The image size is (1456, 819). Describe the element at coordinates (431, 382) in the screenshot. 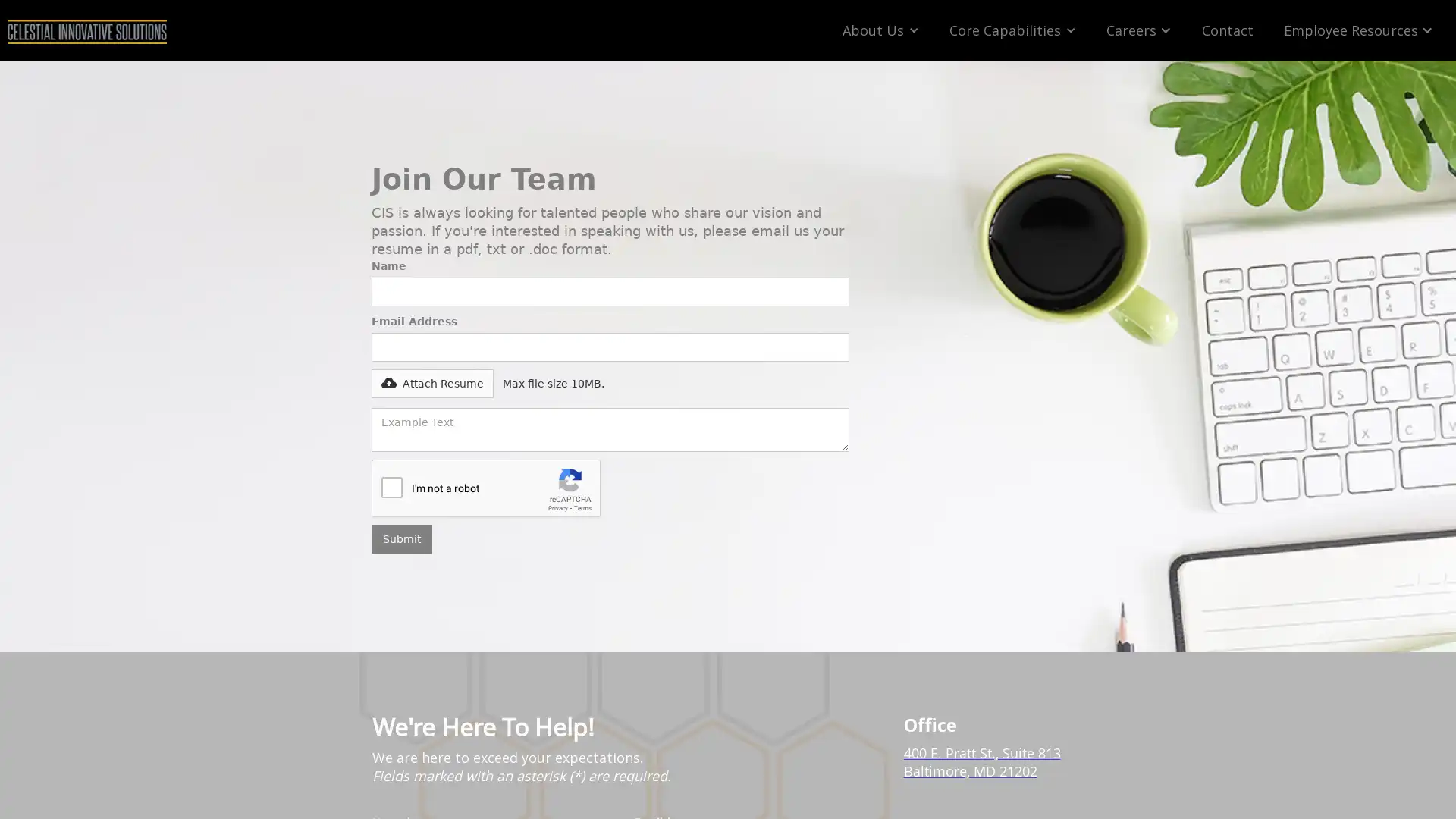

I see `Attach Resume` at that location.